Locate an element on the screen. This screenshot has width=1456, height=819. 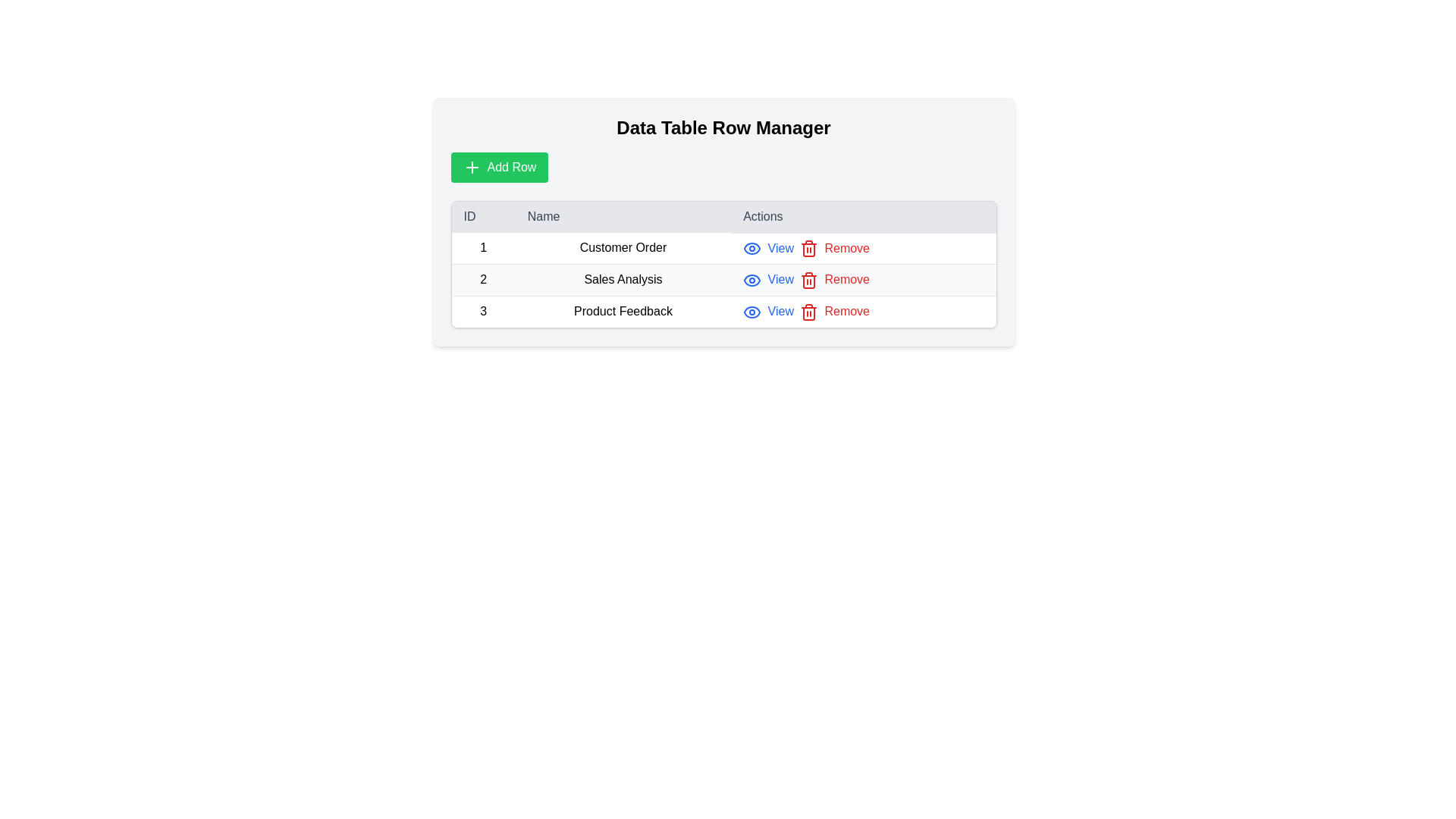
the 'Remove' link located in the rightmost cell of the 'Product Feedback' row in the table is located at coordinates (863, 310).